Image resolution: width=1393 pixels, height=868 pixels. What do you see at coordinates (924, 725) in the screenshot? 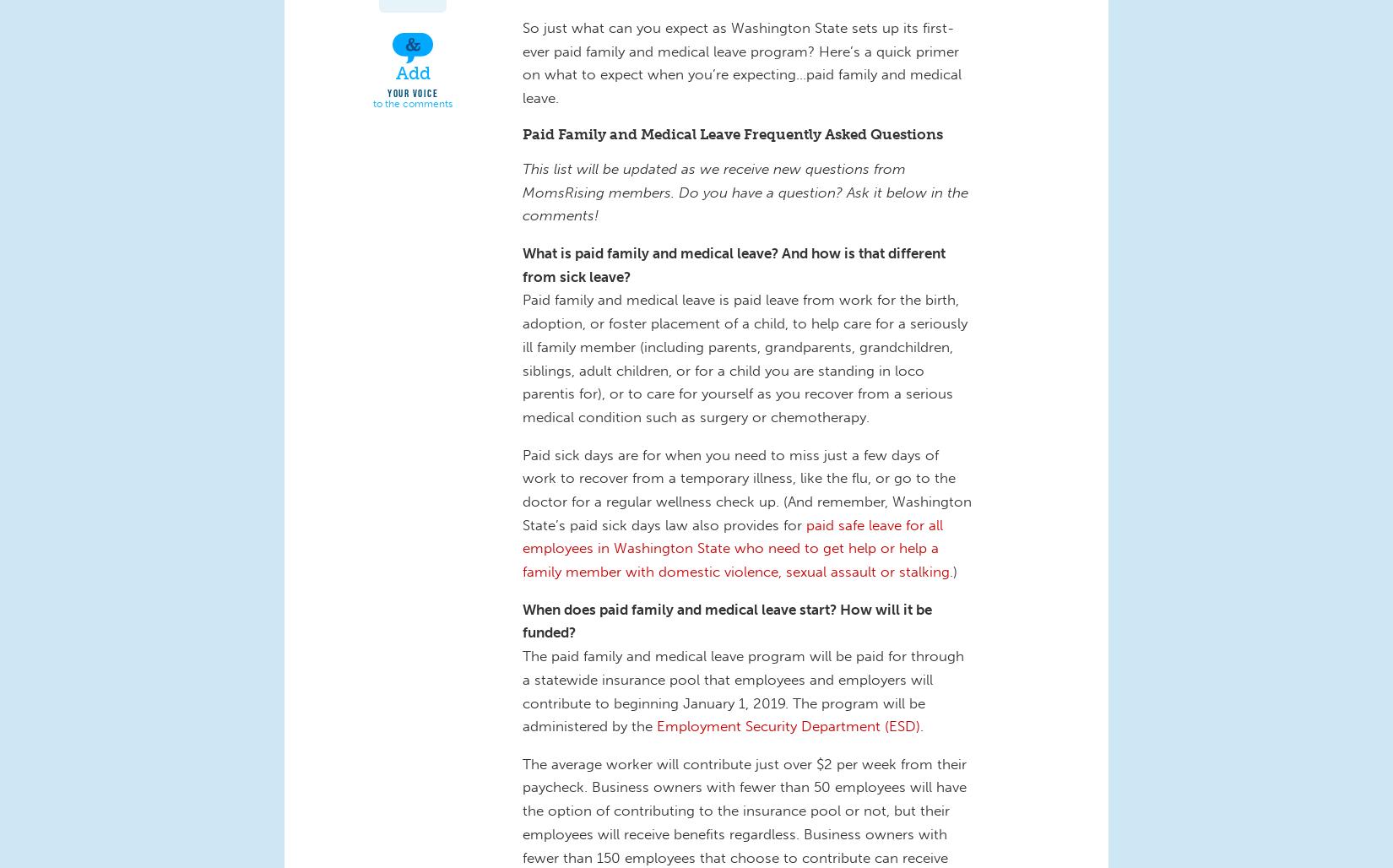
I see `'.'` at bounding box center [924, 725].